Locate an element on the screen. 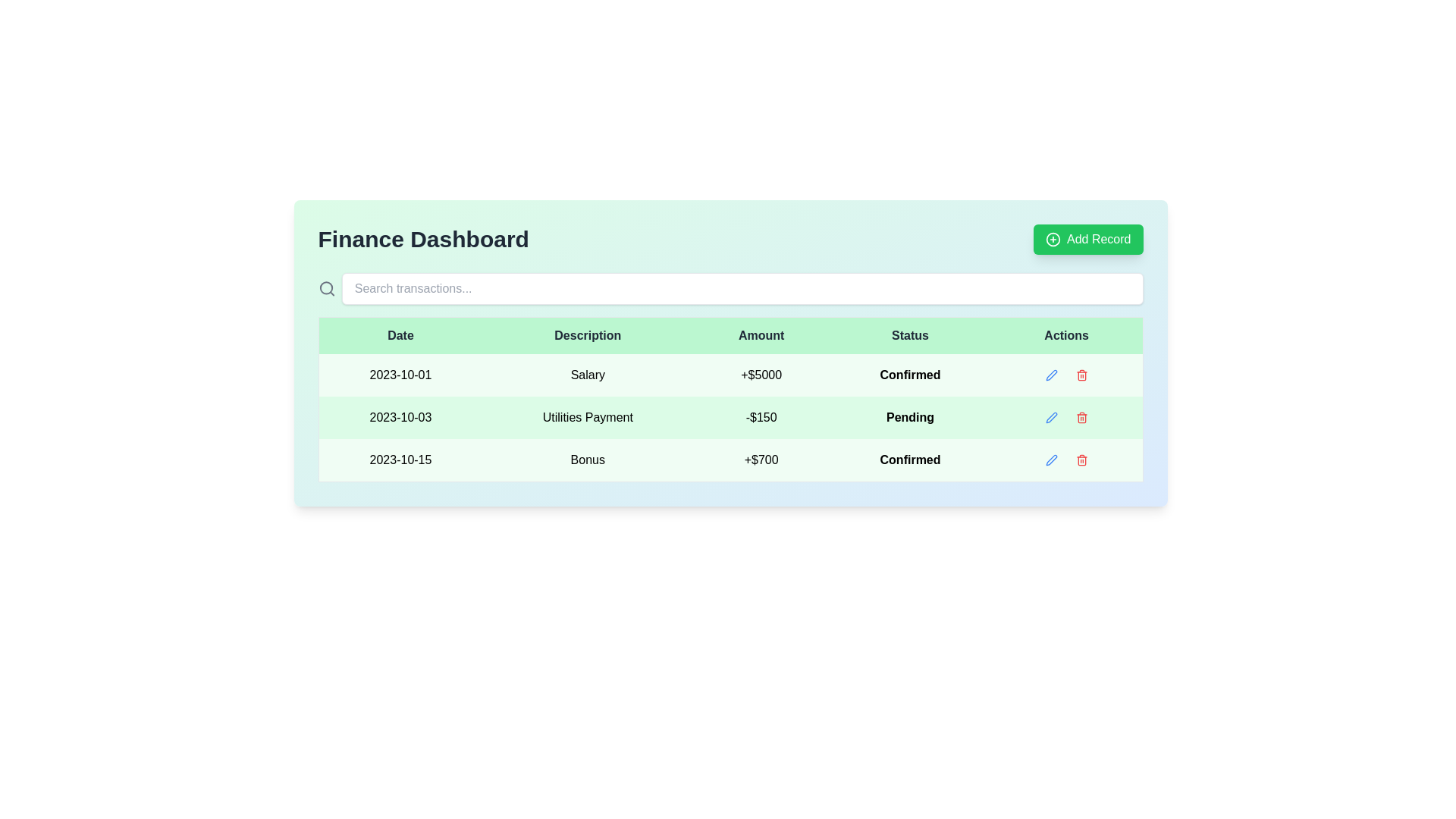 Image resolution: width=1456 pixels, height=819 pixels. displayed transaction date from the table cell located in the second row under the 'Date' column, which is positioned to the far left of the table structure is located at coordinates (400, 418).